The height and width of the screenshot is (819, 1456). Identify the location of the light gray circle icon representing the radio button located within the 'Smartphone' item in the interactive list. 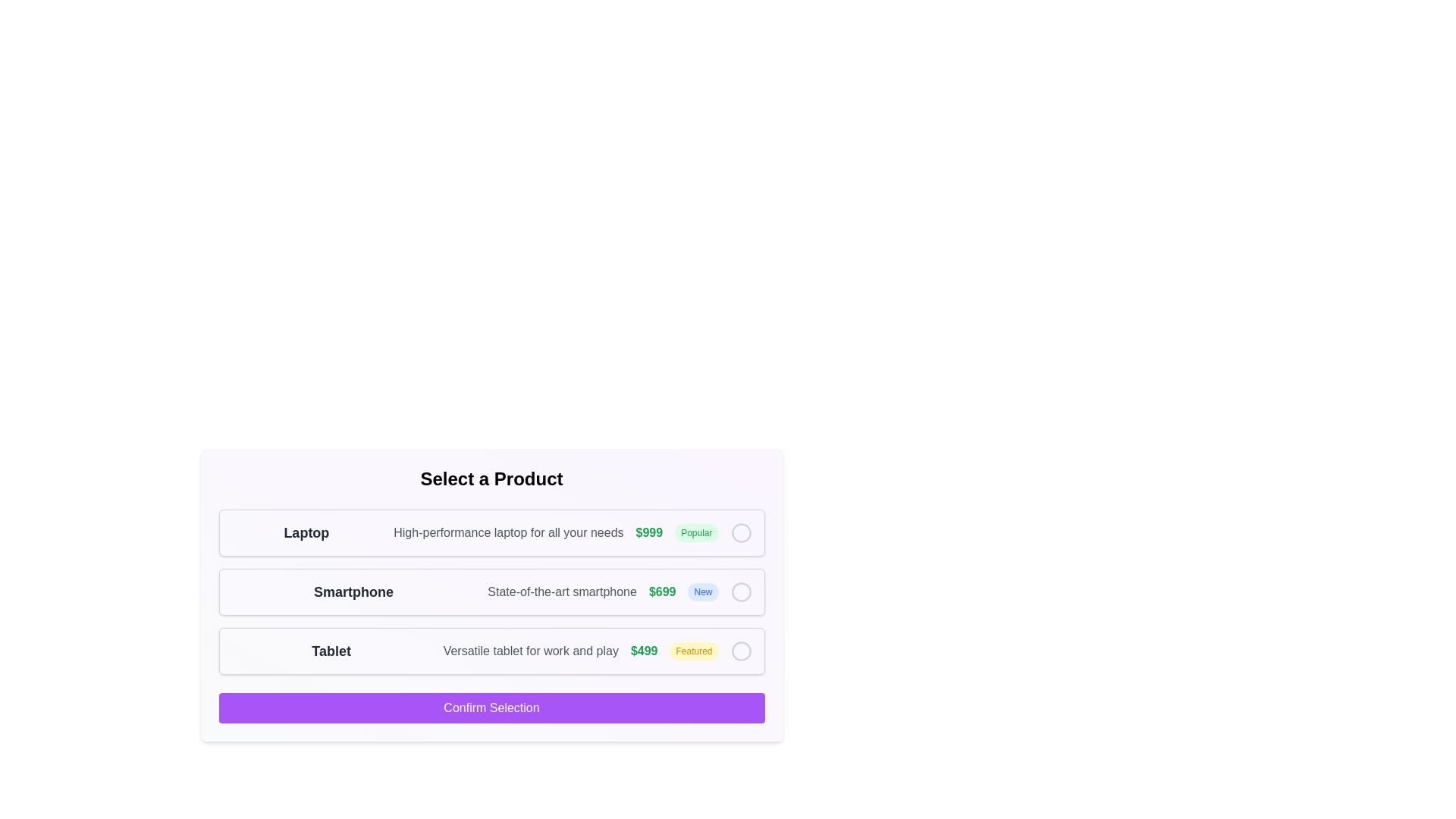
(741, 591).